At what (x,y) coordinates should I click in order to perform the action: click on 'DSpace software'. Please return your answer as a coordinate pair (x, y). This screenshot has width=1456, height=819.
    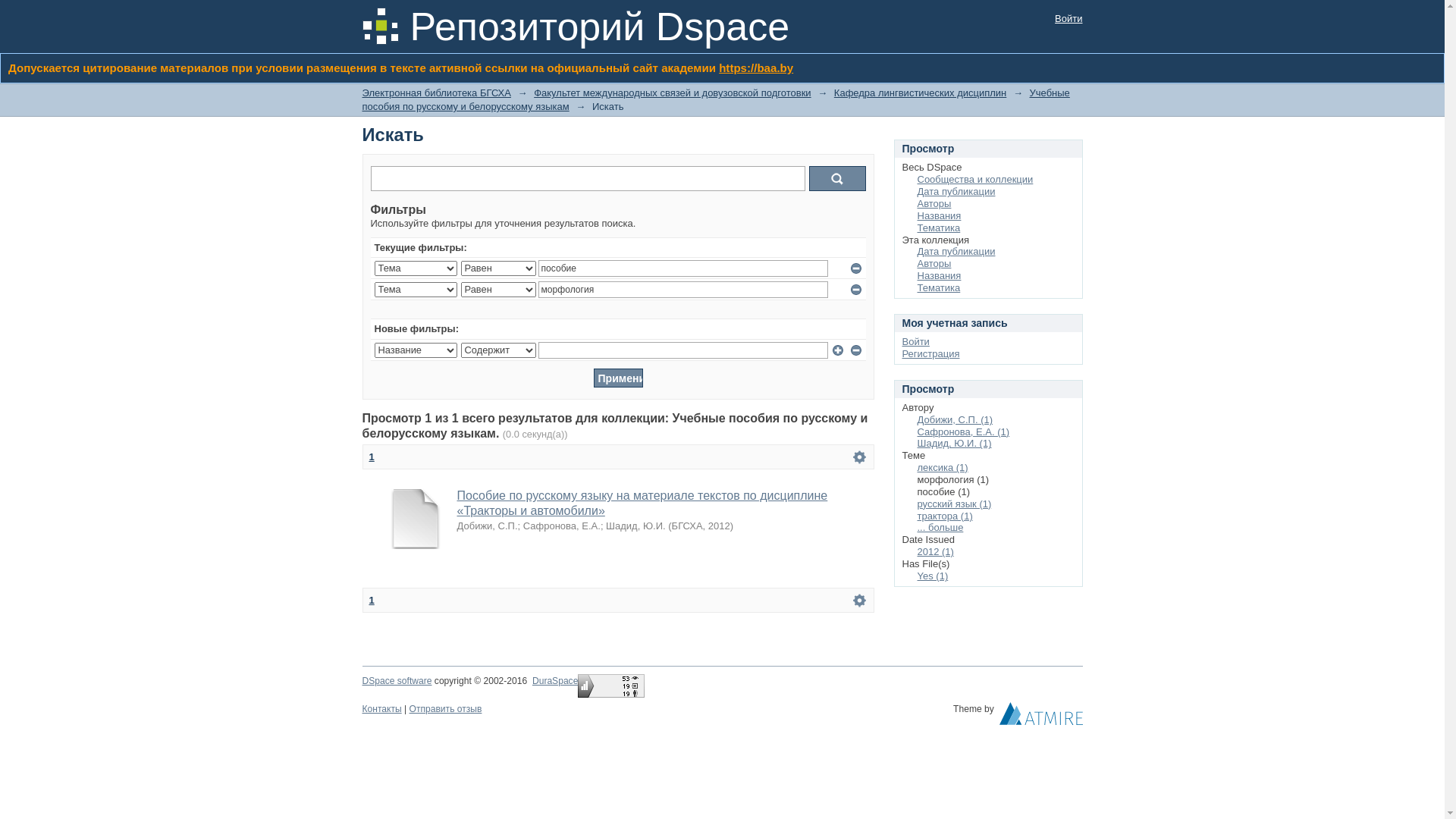
    Looking at the image, I should click on (397, 680).